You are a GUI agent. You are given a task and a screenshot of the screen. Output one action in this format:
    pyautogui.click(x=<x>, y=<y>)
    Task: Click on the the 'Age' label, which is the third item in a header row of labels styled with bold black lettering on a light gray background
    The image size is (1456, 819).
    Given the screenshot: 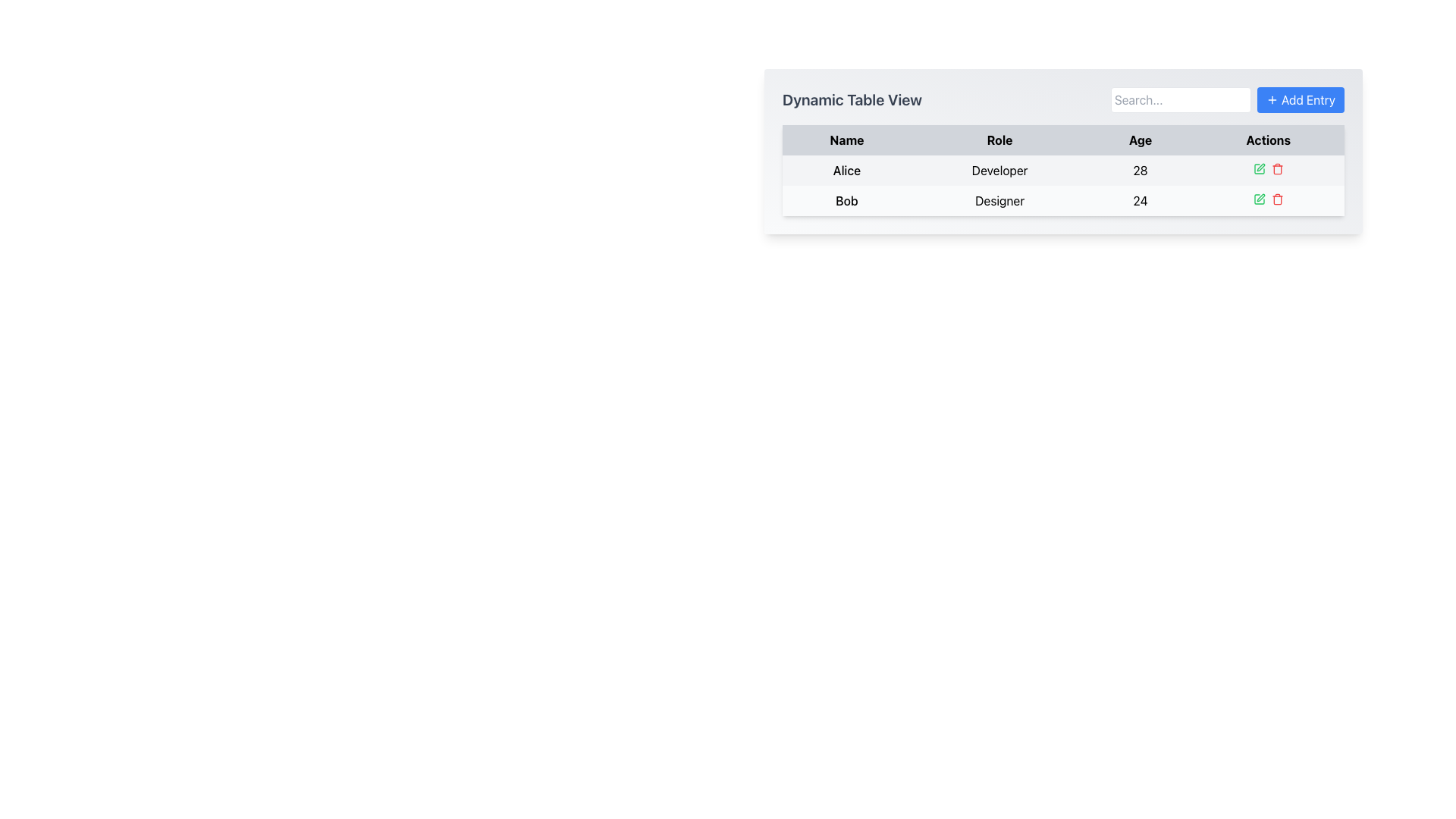 What is the action you would take?
    pyautogui.click(x=1141, y=140)
    